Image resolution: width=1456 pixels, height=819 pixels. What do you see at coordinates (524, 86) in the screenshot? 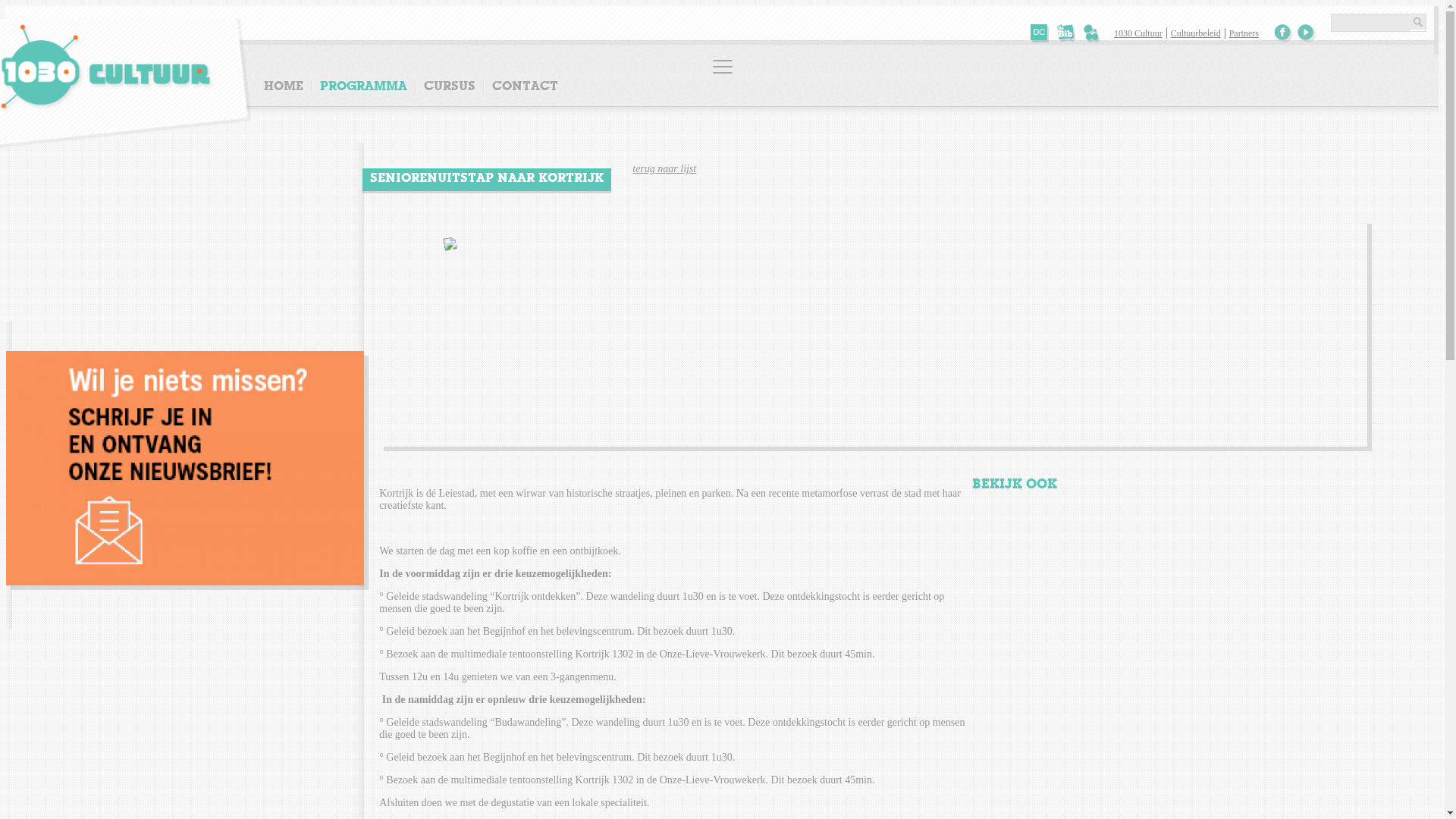
I see `'CONTACT'` at bounding box center [524, 86].